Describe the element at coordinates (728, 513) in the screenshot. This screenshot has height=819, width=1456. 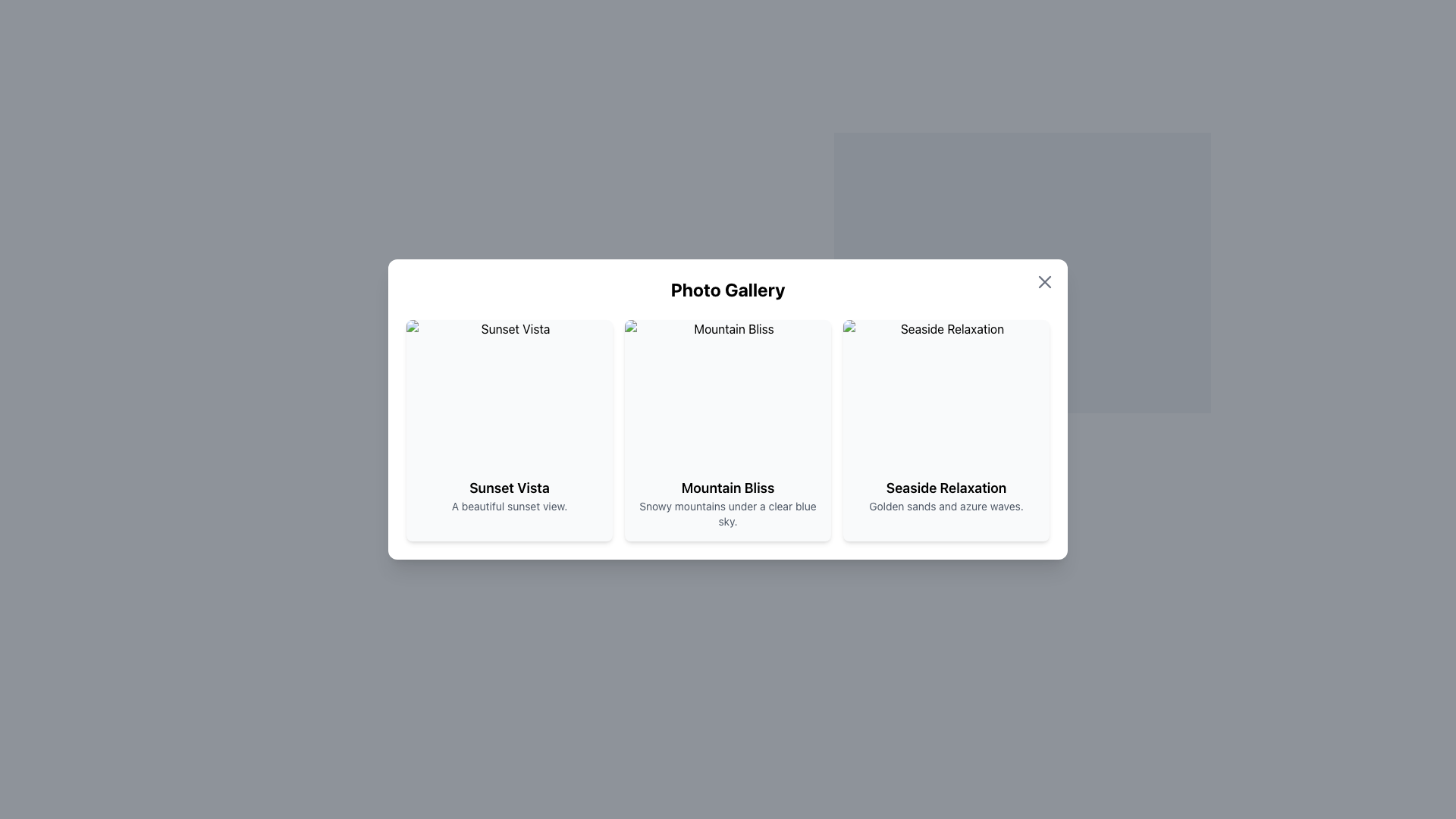
I see `the text label displaying 'Snowy mountains under a clear blue sky,' which is centrally located at the bottom of the middle card in a three-card layout` at that location.